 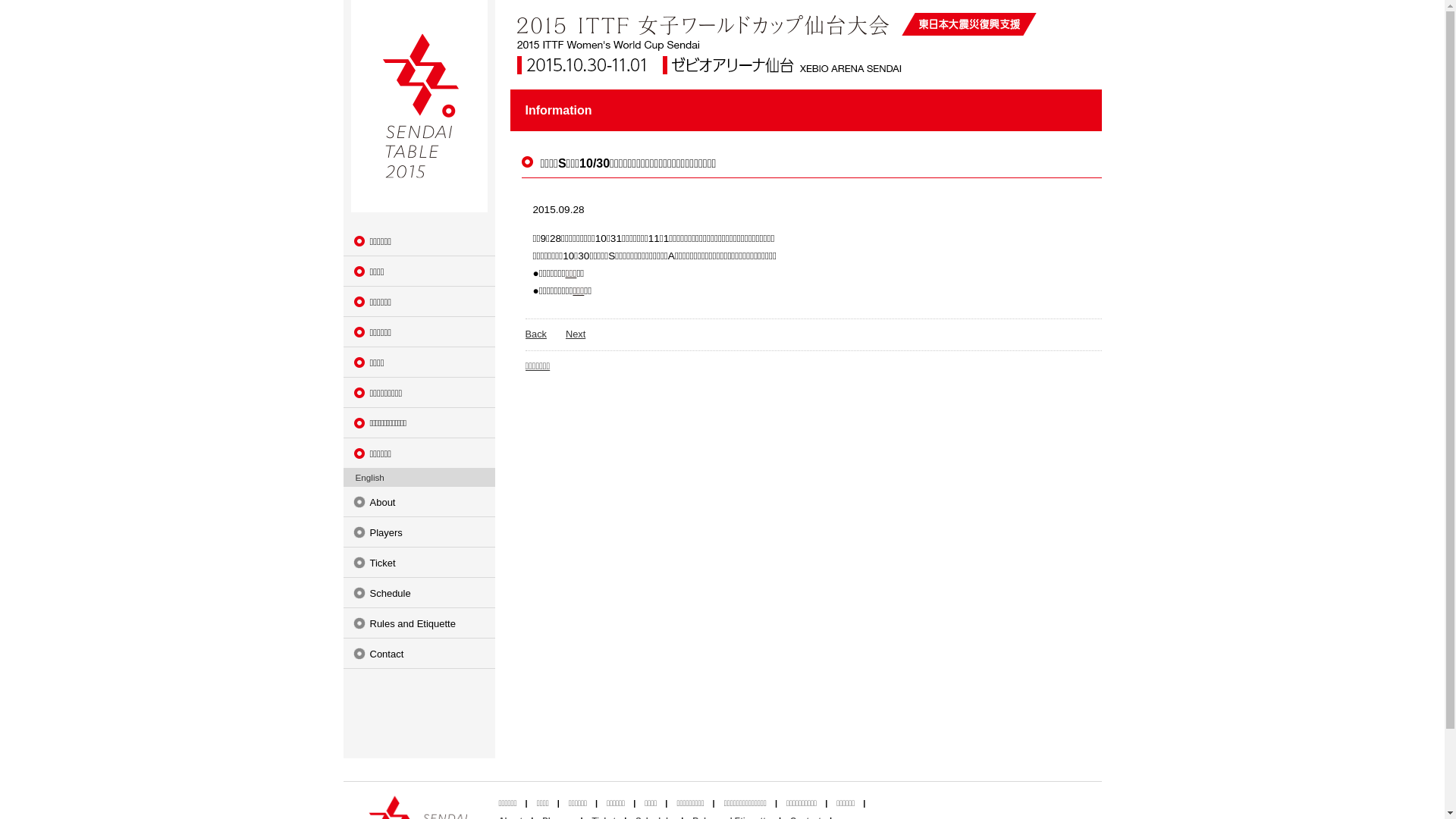 What do you see at coordinates (419, 652) in the screenshot?
I see `'Contact'` at bounding box center [419, 652].